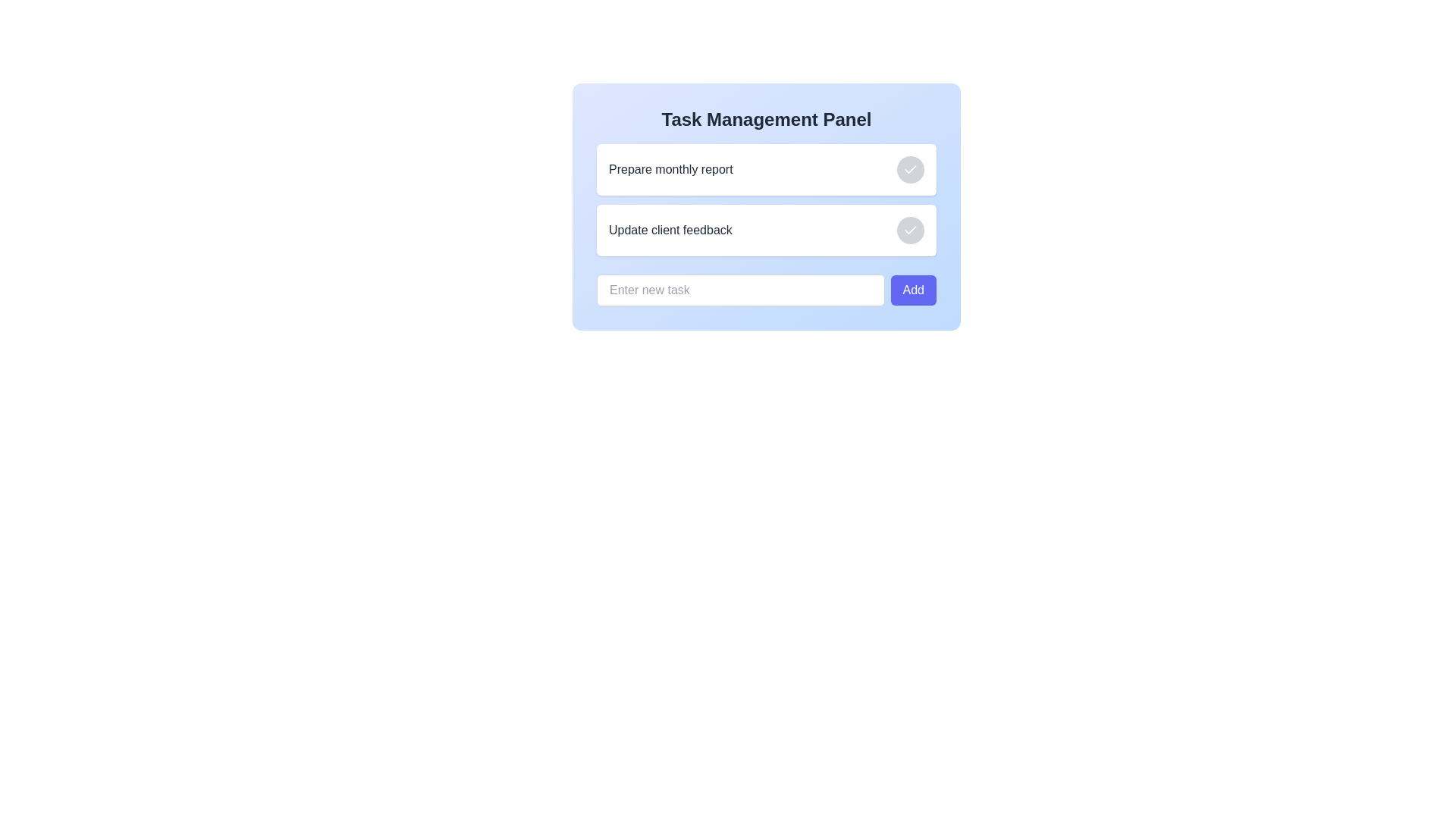  Describe the element at coordinates (670, 169) in the screenshot. I see `the static label located in the first card of the 'Task Management Panel', aligned to the left side and providing information about a task` at that location.